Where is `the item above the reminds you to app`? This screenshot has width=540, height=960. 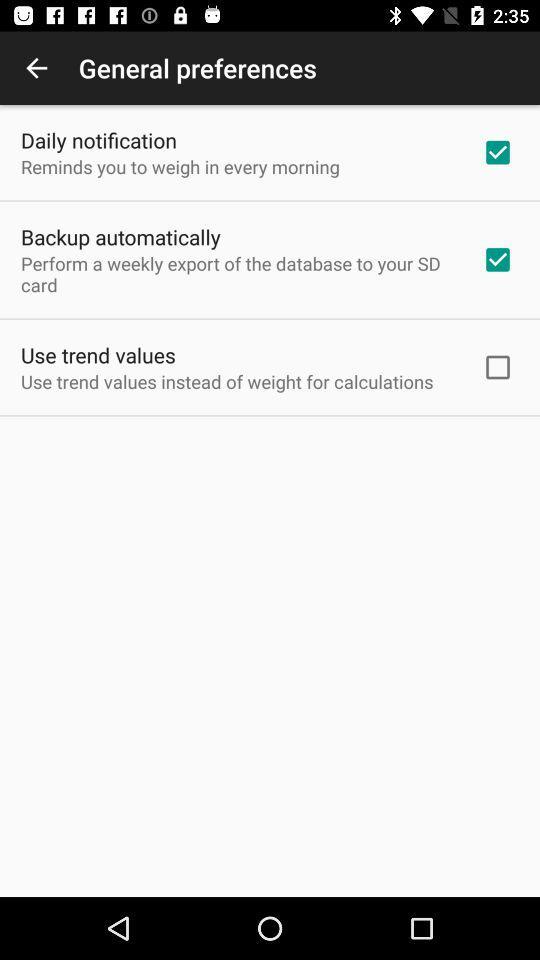
the item above the reminds you to app is located at coordinates (97, 139).